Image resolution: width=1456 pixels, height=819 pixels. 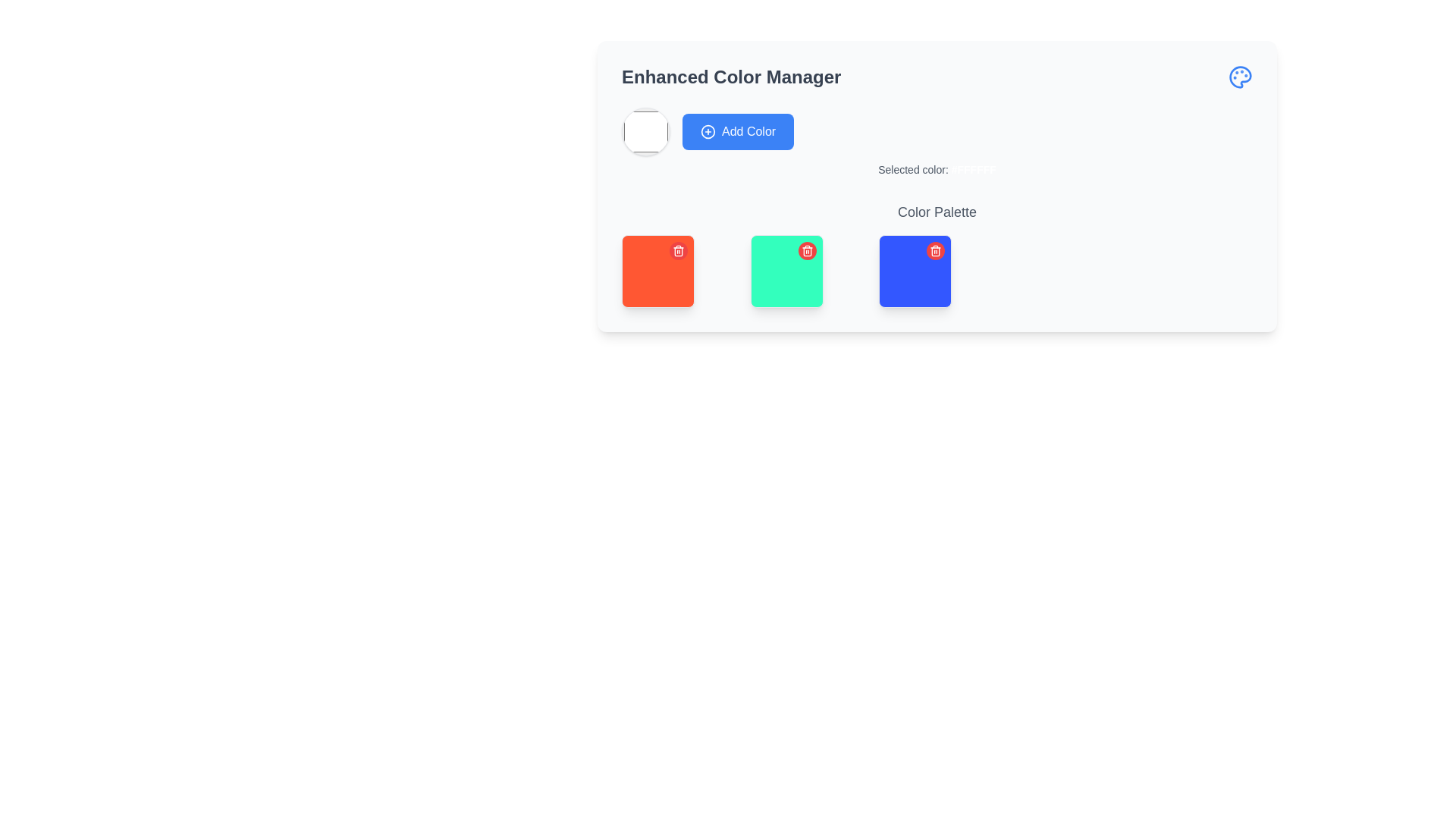 I want to click on text label that identifies the grid of colors as 'Color Palette', positioned at the center-top of the section above the color blocks, so click(x=937, y=212).